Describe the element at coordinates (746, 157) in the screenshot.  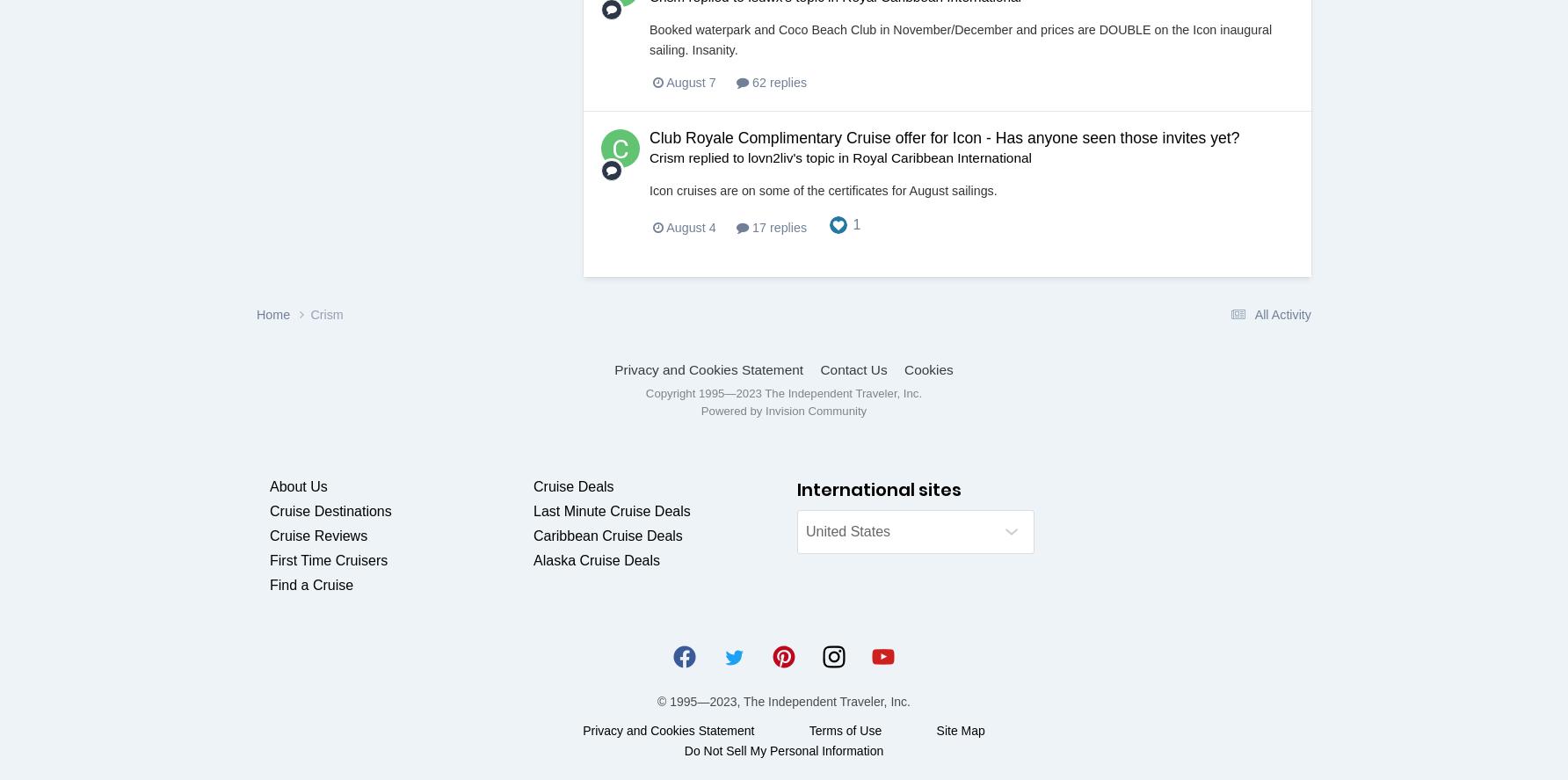
I see `'lovn2liv'` at that location.